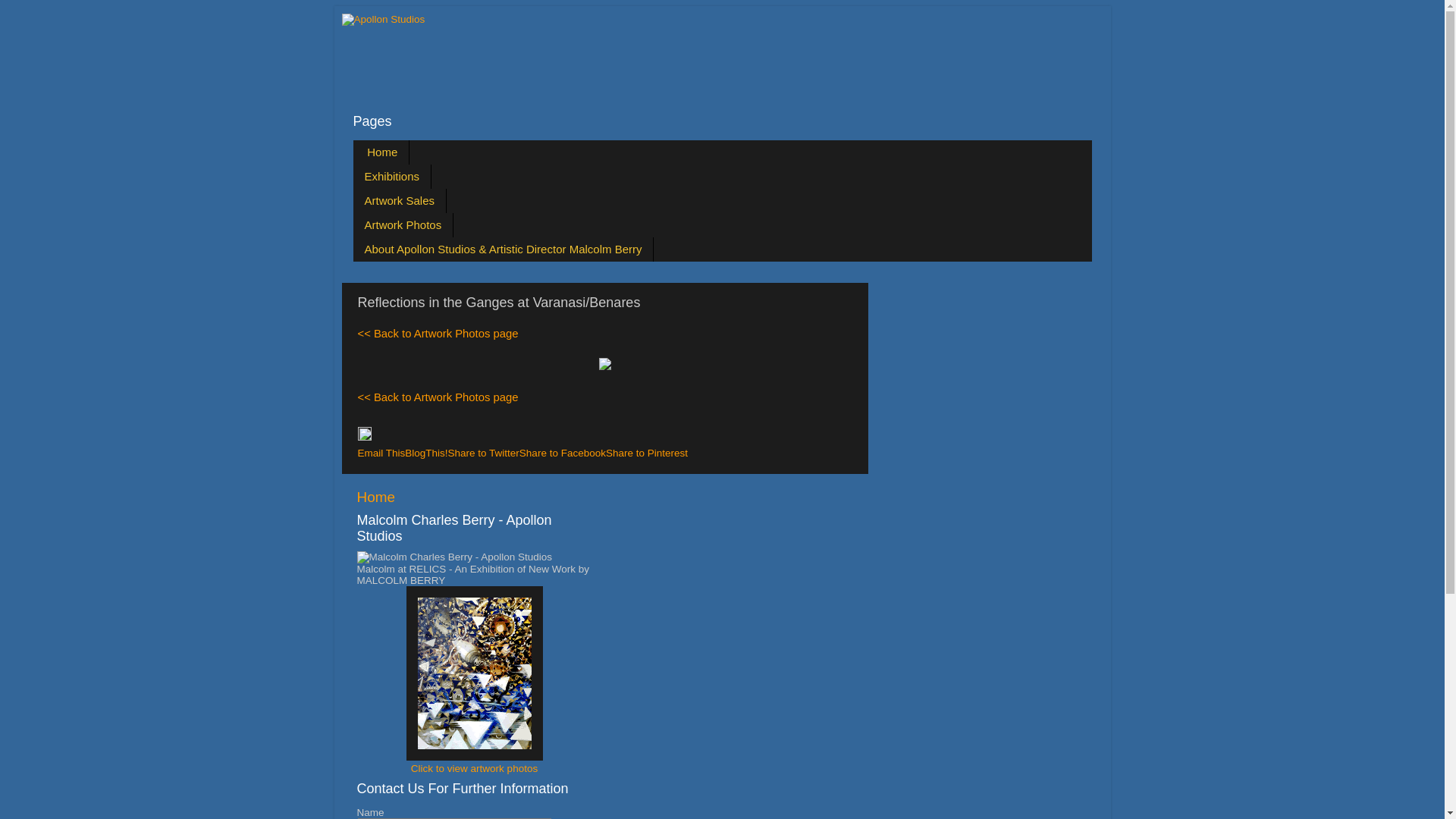  I want to click on 'Home', so click(381, 152).